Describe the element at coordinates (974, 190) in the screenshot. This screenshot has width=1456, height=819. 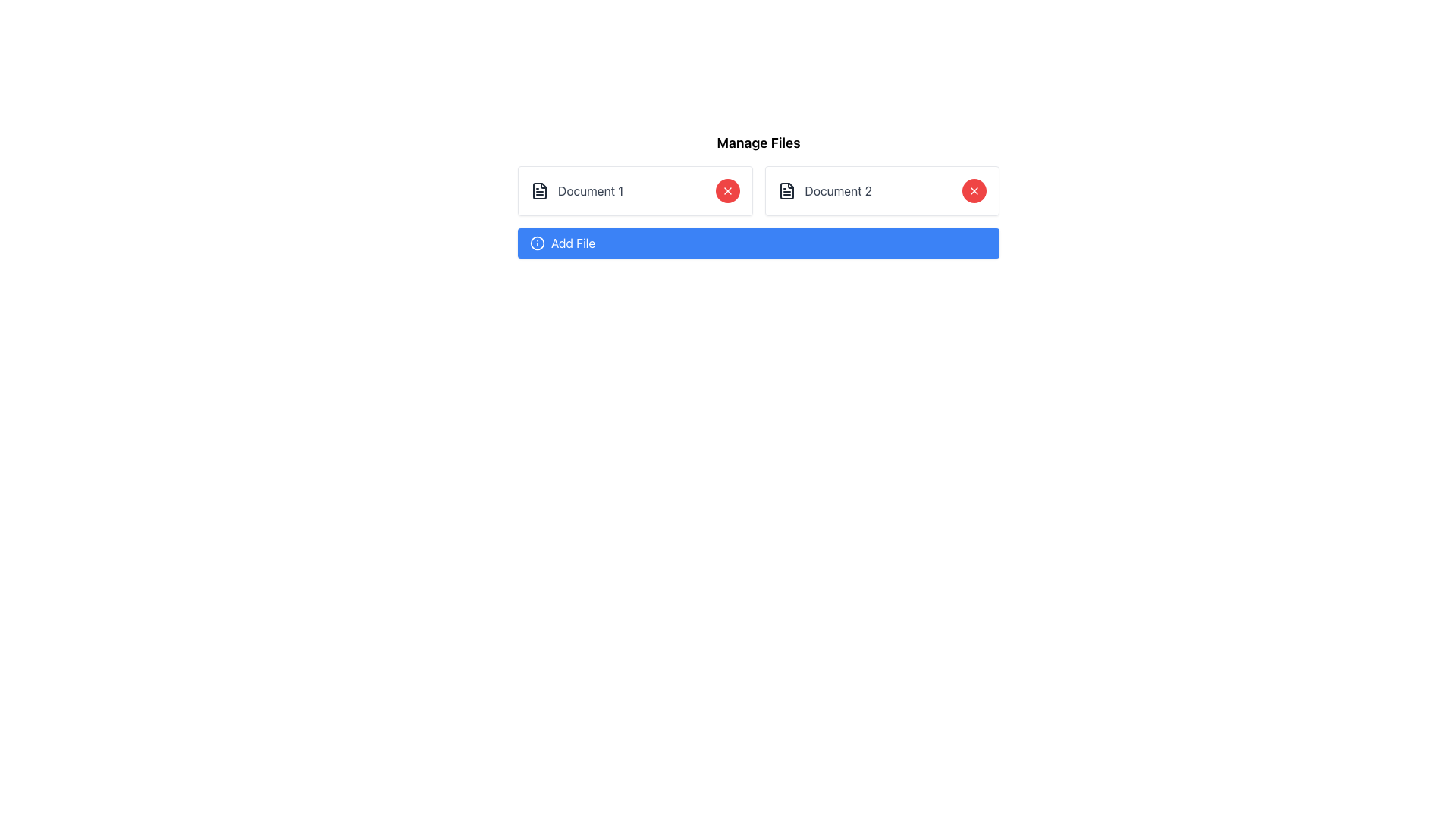
I see `the red circular button containing the 'X' icon` at that location.